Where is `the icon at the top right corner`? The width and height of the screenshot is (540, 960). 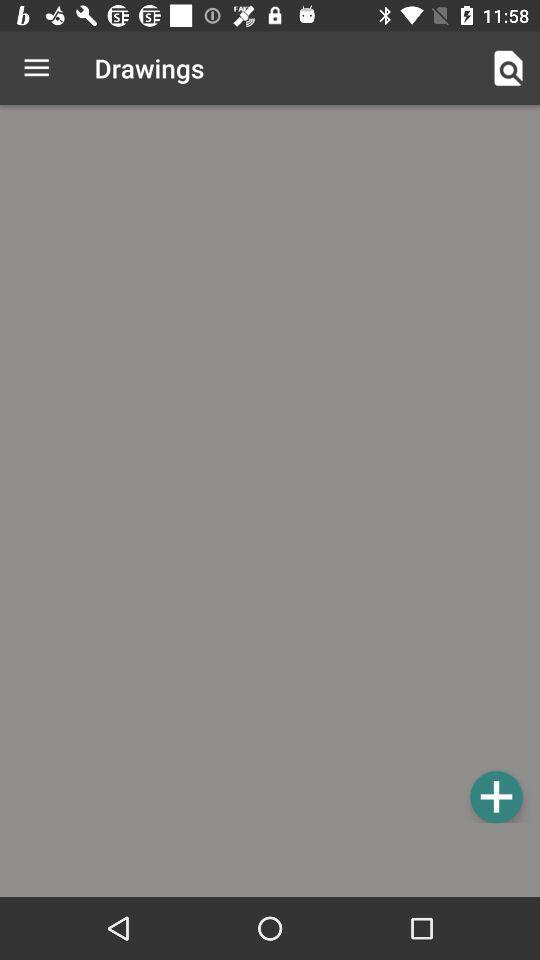 the icon at the top right corner is located at coordinates (508, 68).